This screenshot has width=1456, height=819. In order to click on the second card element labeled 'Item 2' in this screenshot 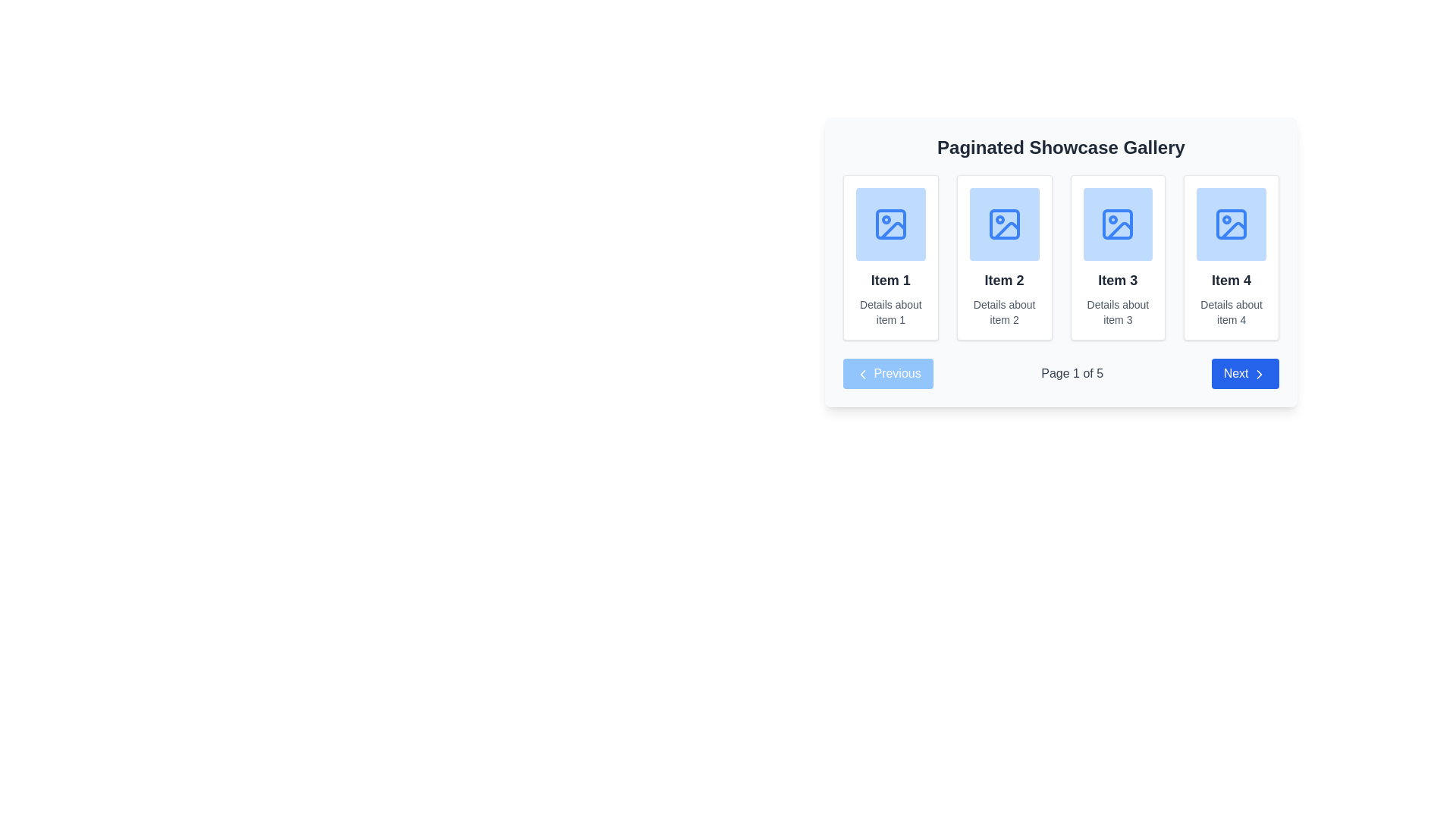, I will do `click(1060, 262)`.